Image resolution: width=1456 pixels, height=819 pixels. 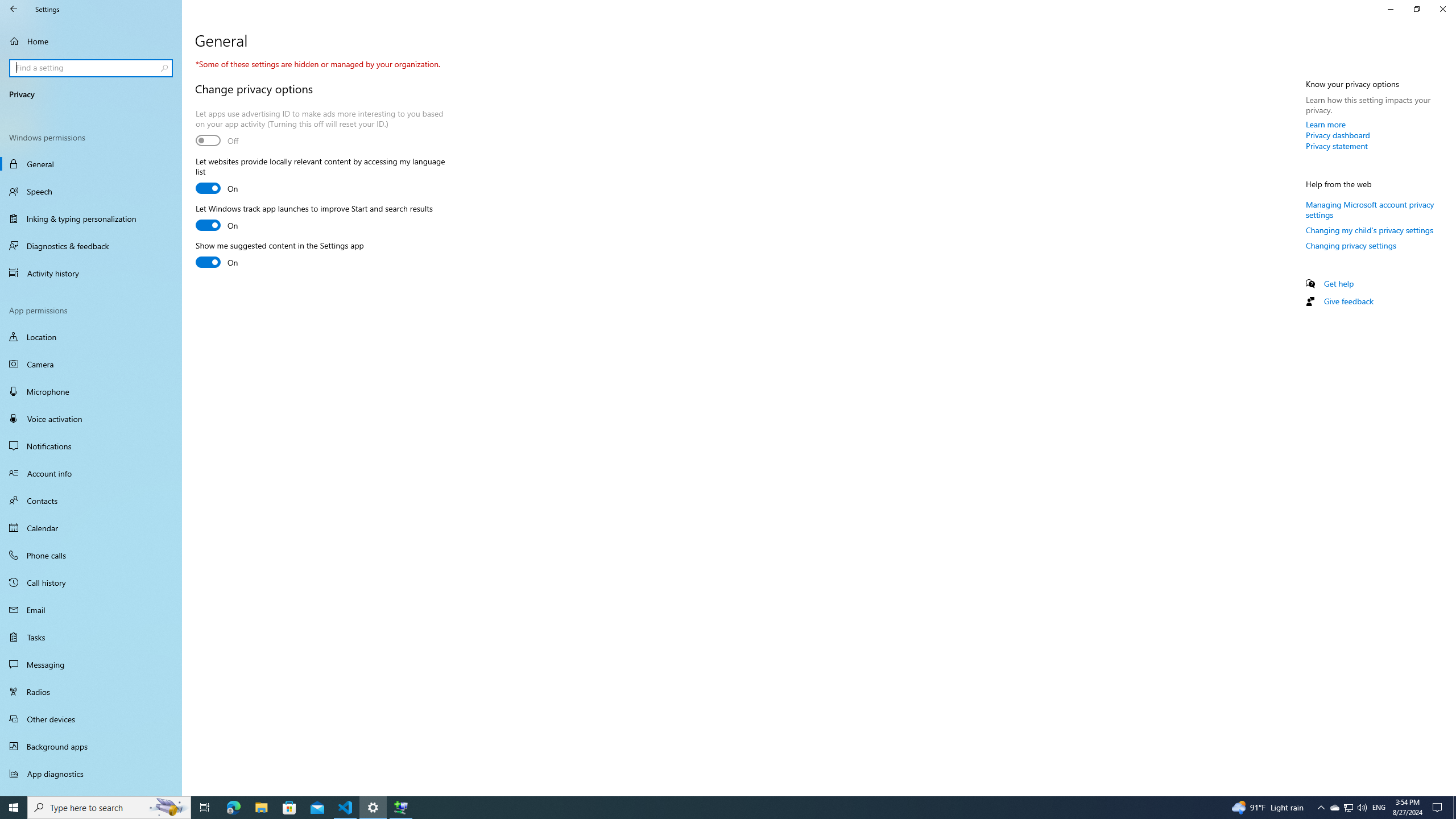 What do you see at coordinates (90, 718) in the screenshot?
I see `'Other devices'` at bounding box center [90, 718].